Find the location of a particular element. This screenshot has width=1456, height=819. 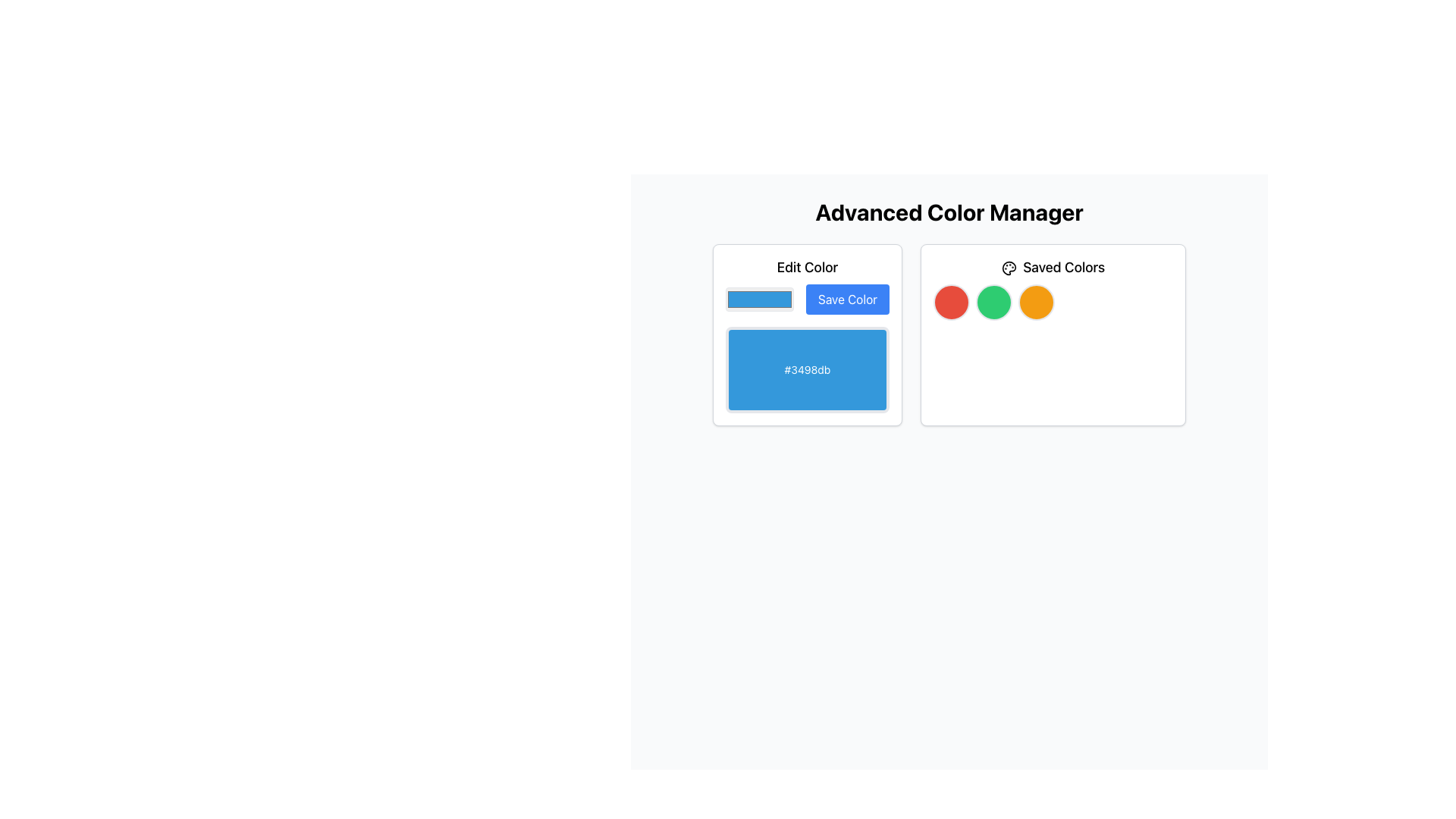

the third circular color selection indicator in the 'Saved Colors' section is located at coordinates (1036, 302).